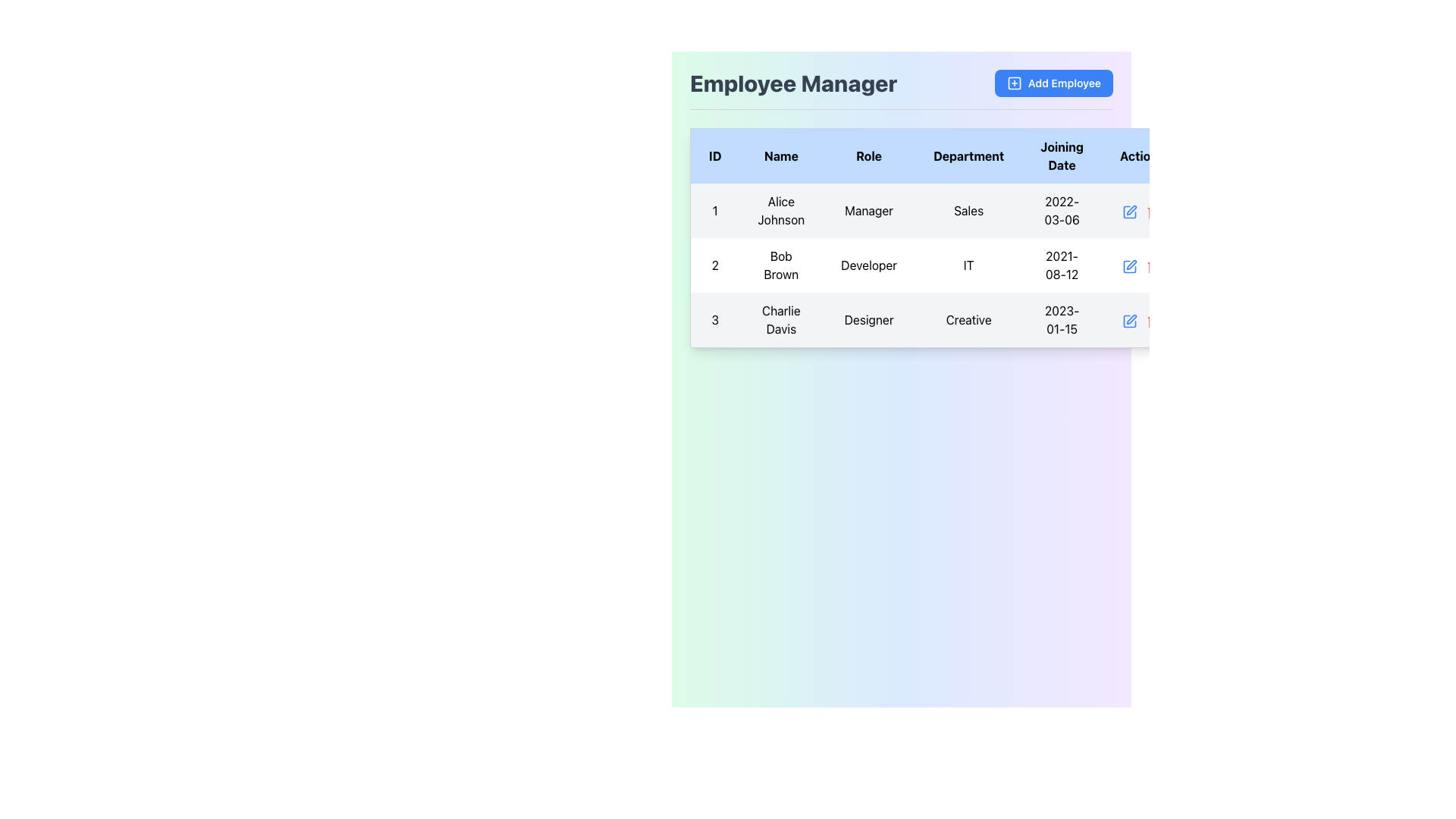 The height and width of the screenshot is (819, 1456). I want to click on the edit icon represented by a square with a slanted pen overlay in the 'Action' column of the first row for 'Alice Johnson' in the employee table, so click(1130, 212).